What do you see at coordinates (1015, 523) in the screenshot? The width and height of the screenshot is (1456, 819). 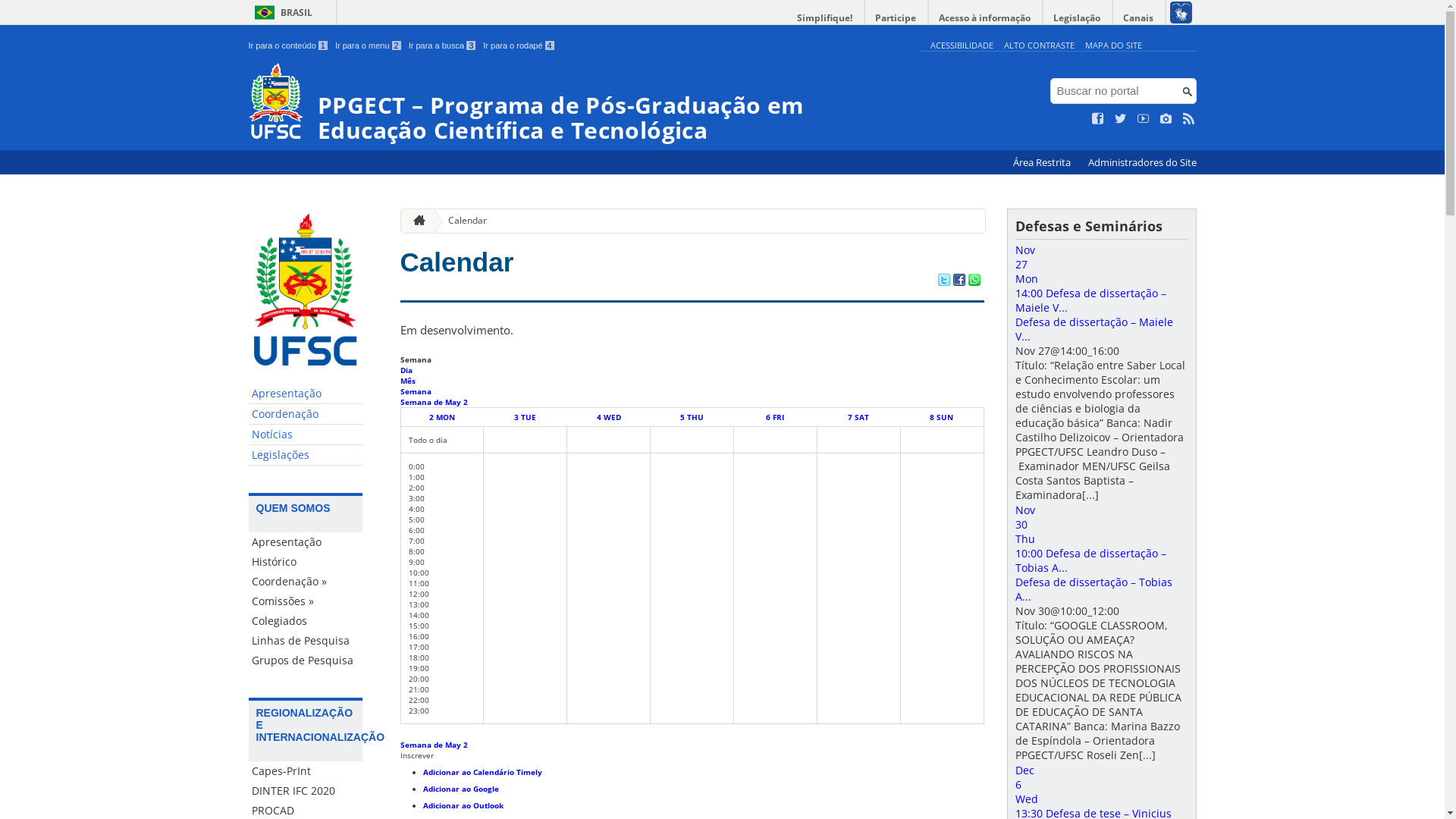 I see `'Nov` at bounding box center [1015, 523].